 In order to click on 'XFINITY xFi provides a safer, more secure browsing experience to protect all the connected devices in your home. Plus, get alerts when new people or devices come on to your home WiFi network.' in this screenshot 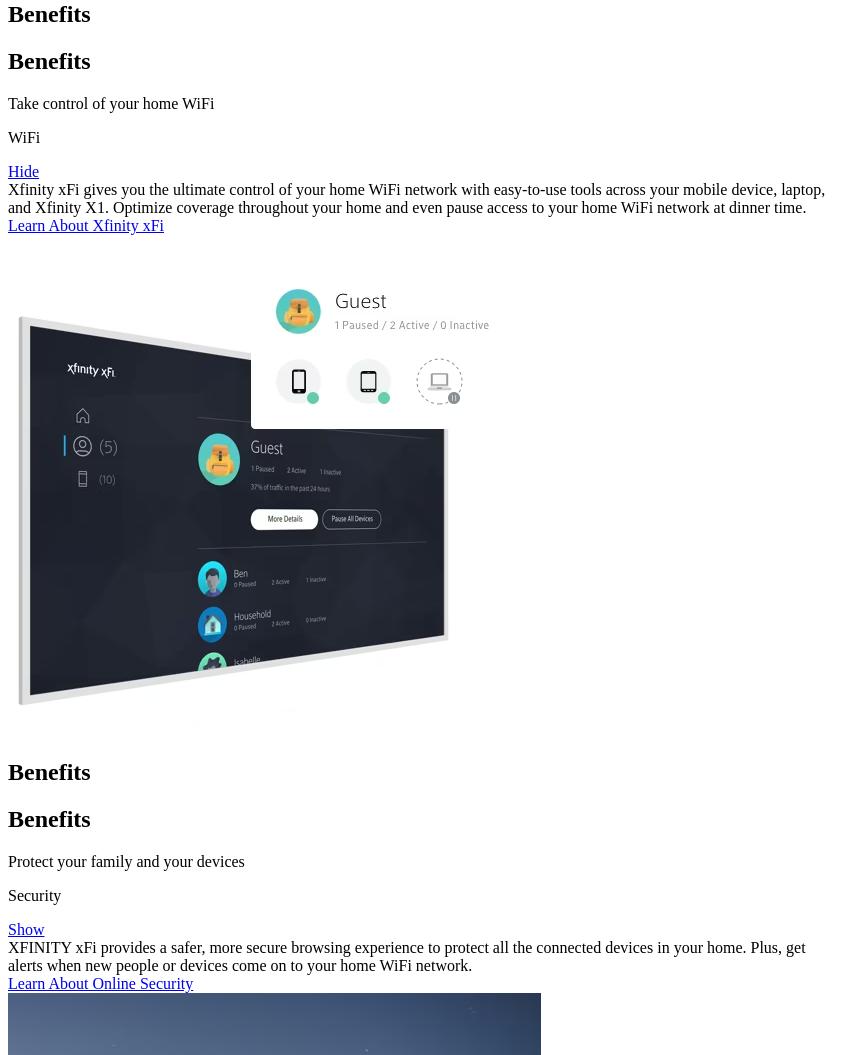, I will do `click(6, 955)`.